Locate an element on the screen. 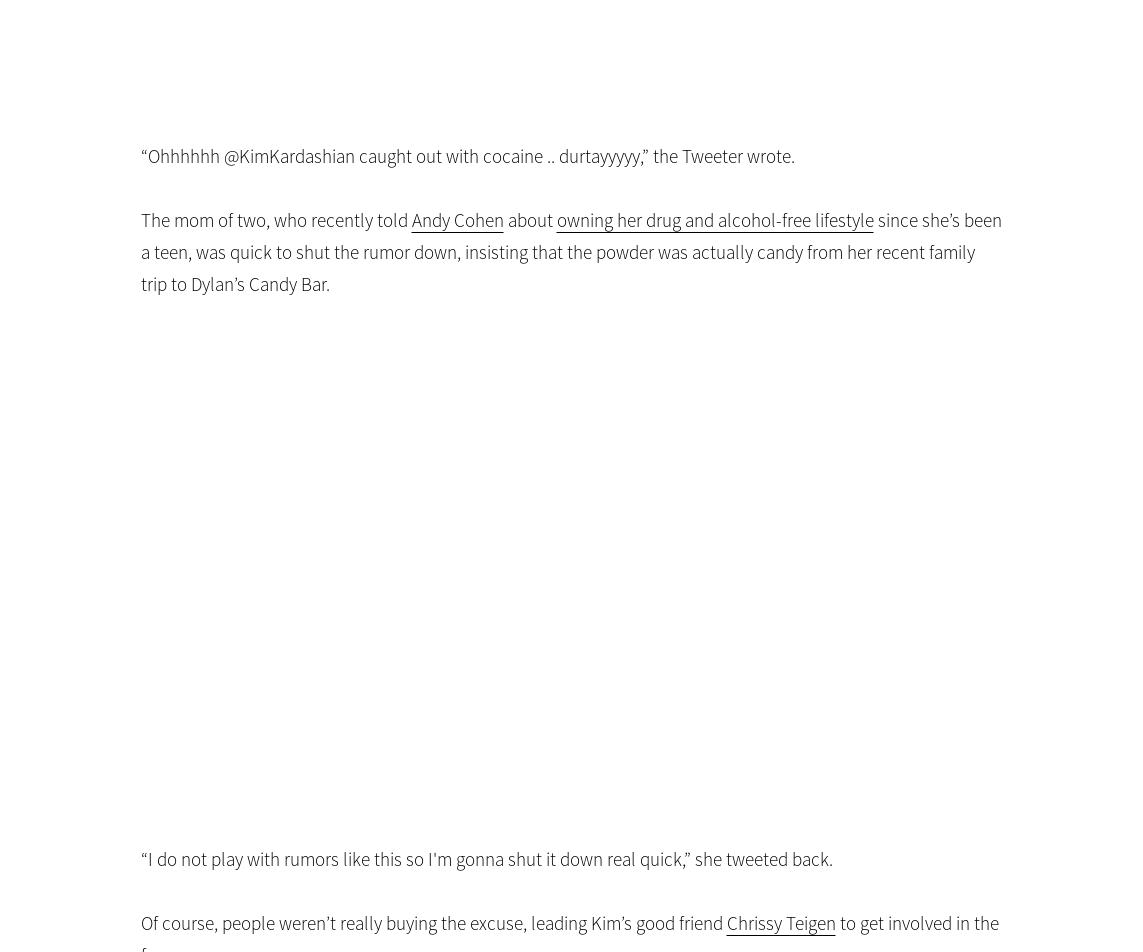  'about' is located at coordinates (529, 220).